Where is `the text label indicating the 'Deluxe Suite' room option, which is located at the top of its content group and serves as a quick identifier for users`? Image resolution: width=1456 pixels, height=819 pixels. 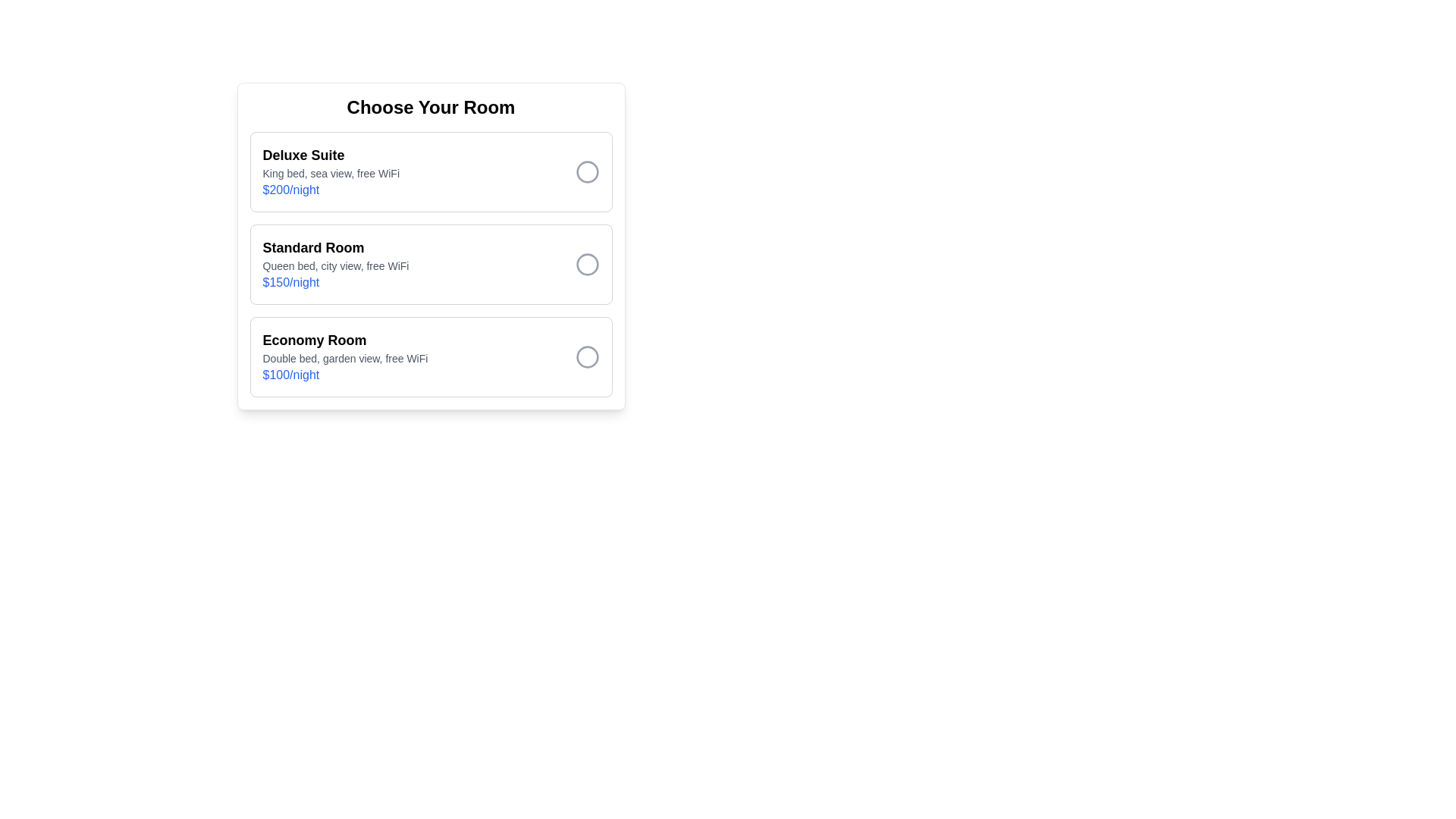 the text label indicating the 'Deluxe Suite' room option, which is located at the top of its content group and serves as a quick identifier for users is located at coordinates (330, 155).